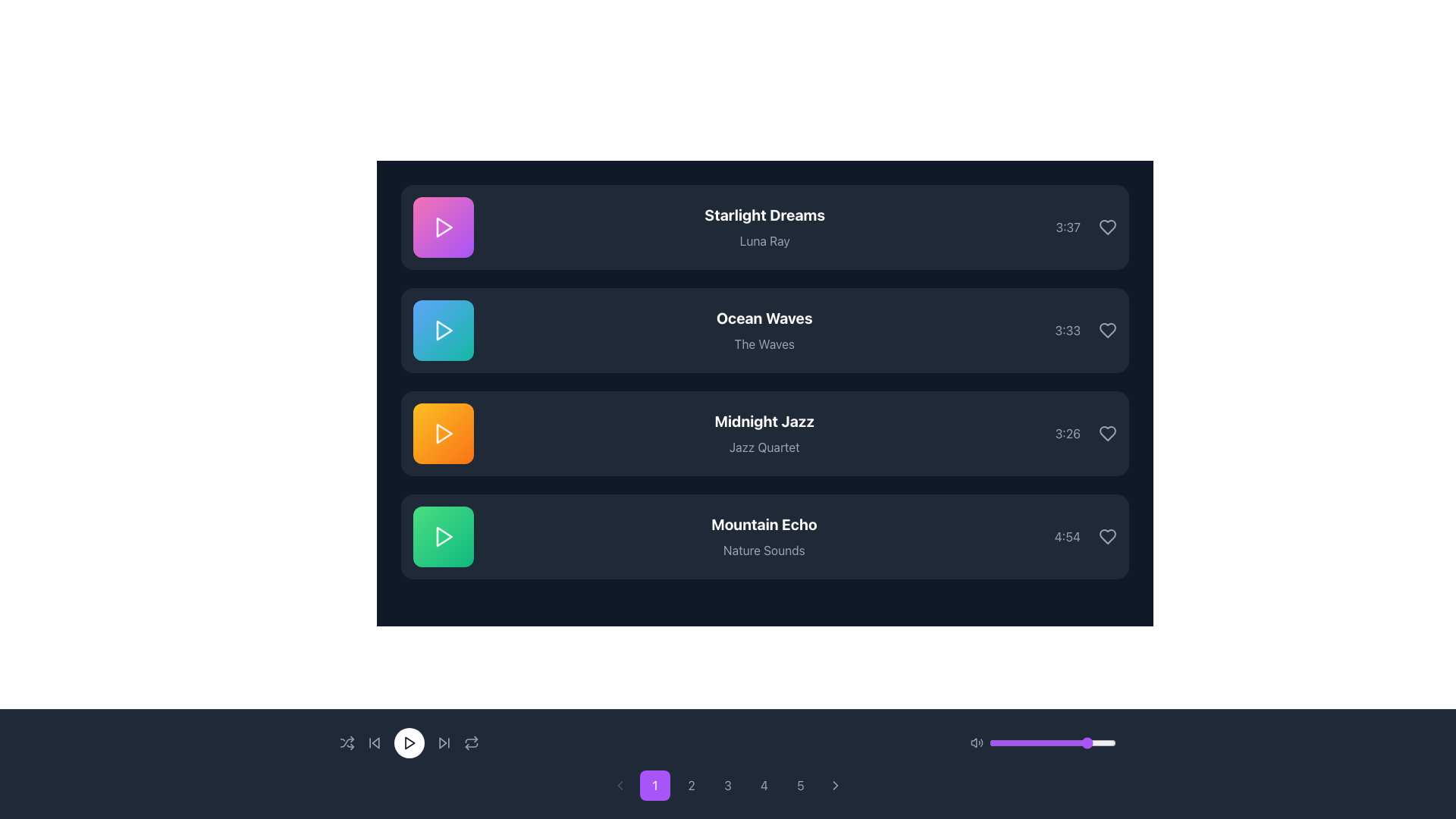 The height and width of the screenshot is (819, 1456). Describe the element at coordinates (1066, 536) in the screenshot. I see `the non-interactive label displaying the duration of the track 'Mountain Echo', located at the bottom right corner of the entry row, to the left of the heart icon` at that location.